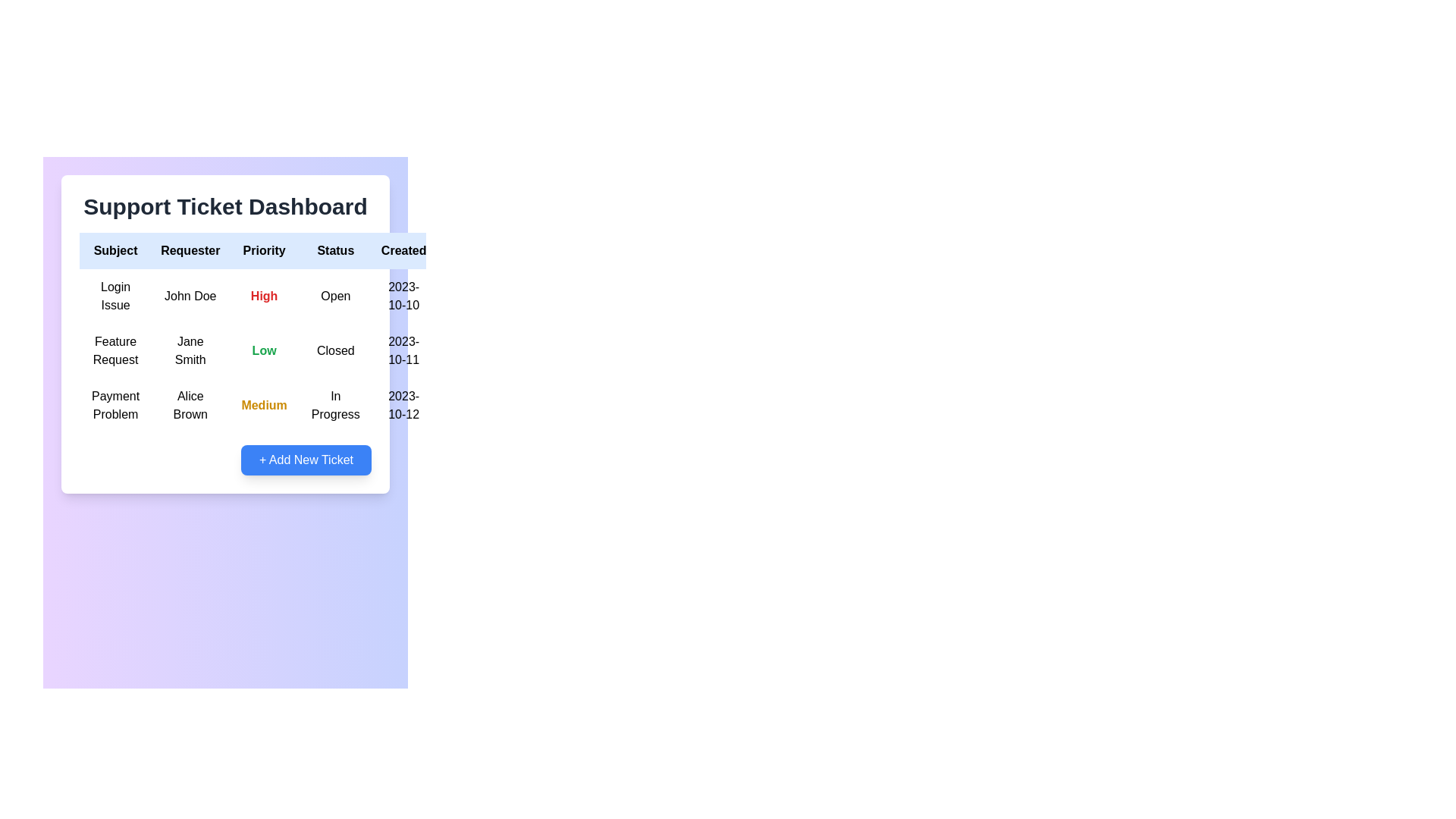 The width and height of the screenshot is (1456, 819). I want to click on the text label displaying 'Medium' in bold yellow font, located in the third row under the 'Priority' column of the table, so click(264, 405).